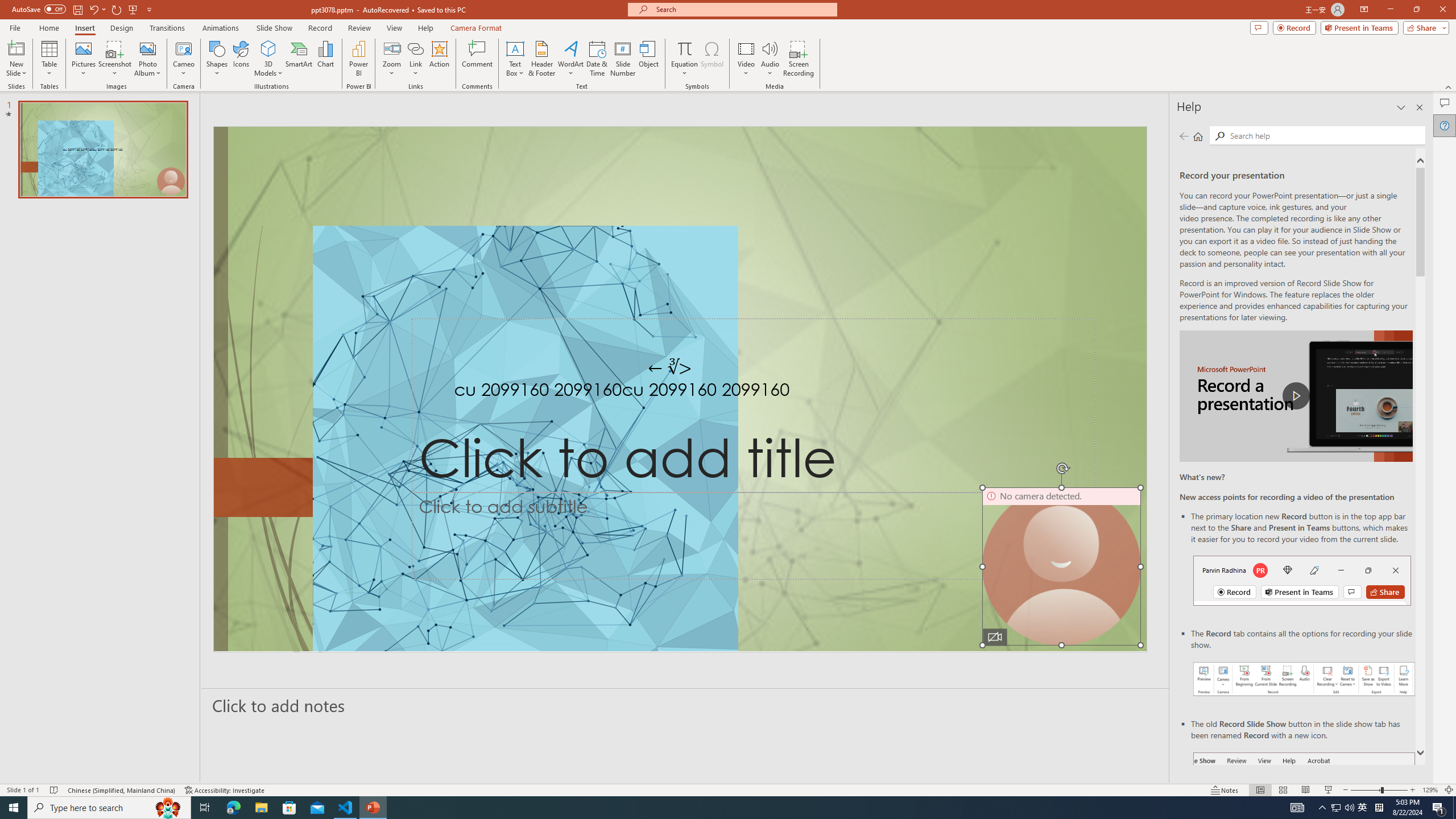 The width and height of the screenshot is (1456, 819). What do you see at coordinates (770, 59) in the screenshot?
I see `'Audio'` at bounding box center [770, 59].